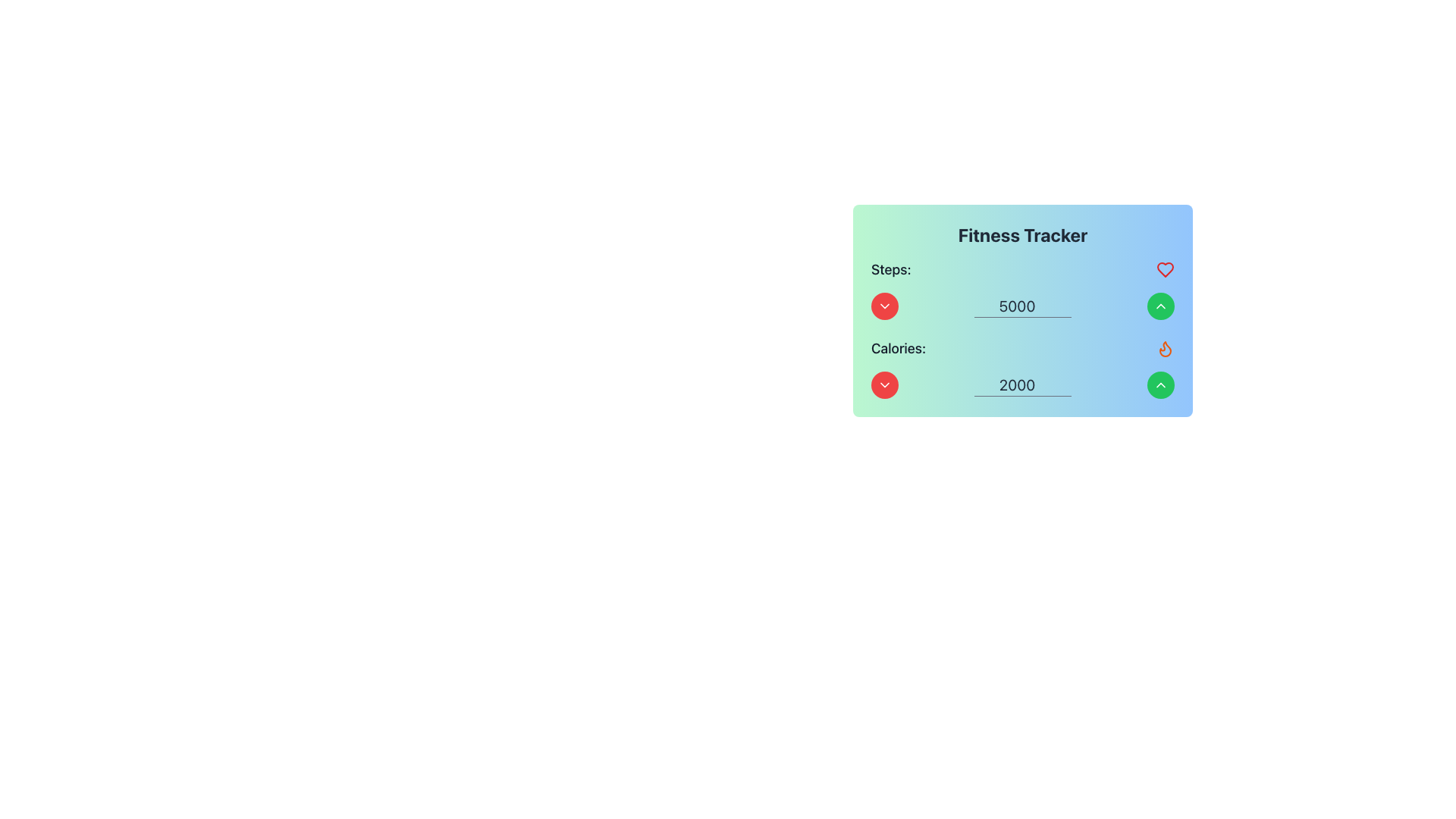 This screenshot has width=1456, height=819. What do you see at coordinates (1022, 289) in the screenshot?
I see `the input field displaying the number '5000' under the label 'Steps:' in the Fitness Tracker card to edit the value` at bounding box center [1022, 289].